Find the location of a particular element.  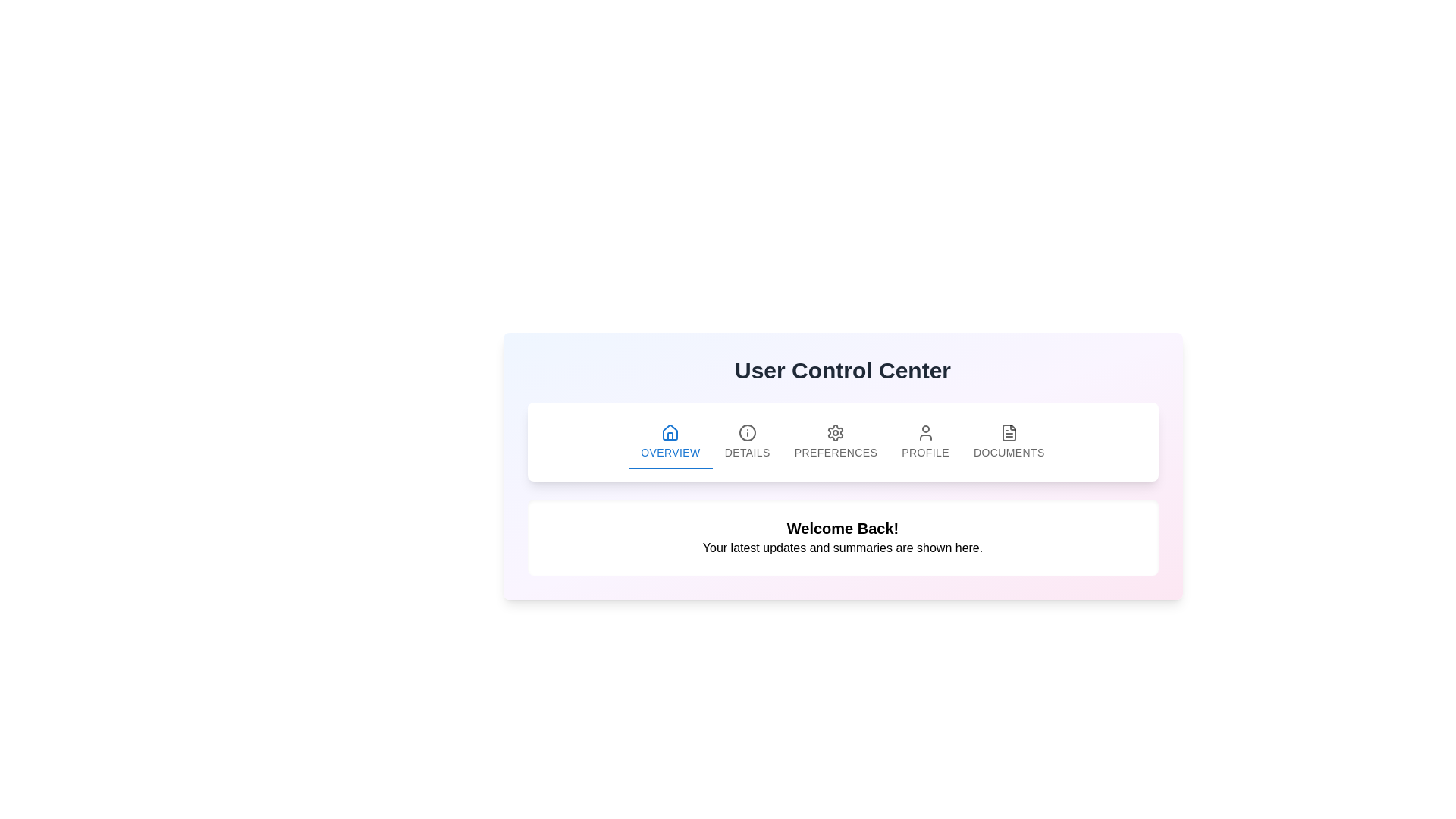

the 'Preferences' tab in the navigation bar to indicate interactivity is located at coordinates (842, 441).